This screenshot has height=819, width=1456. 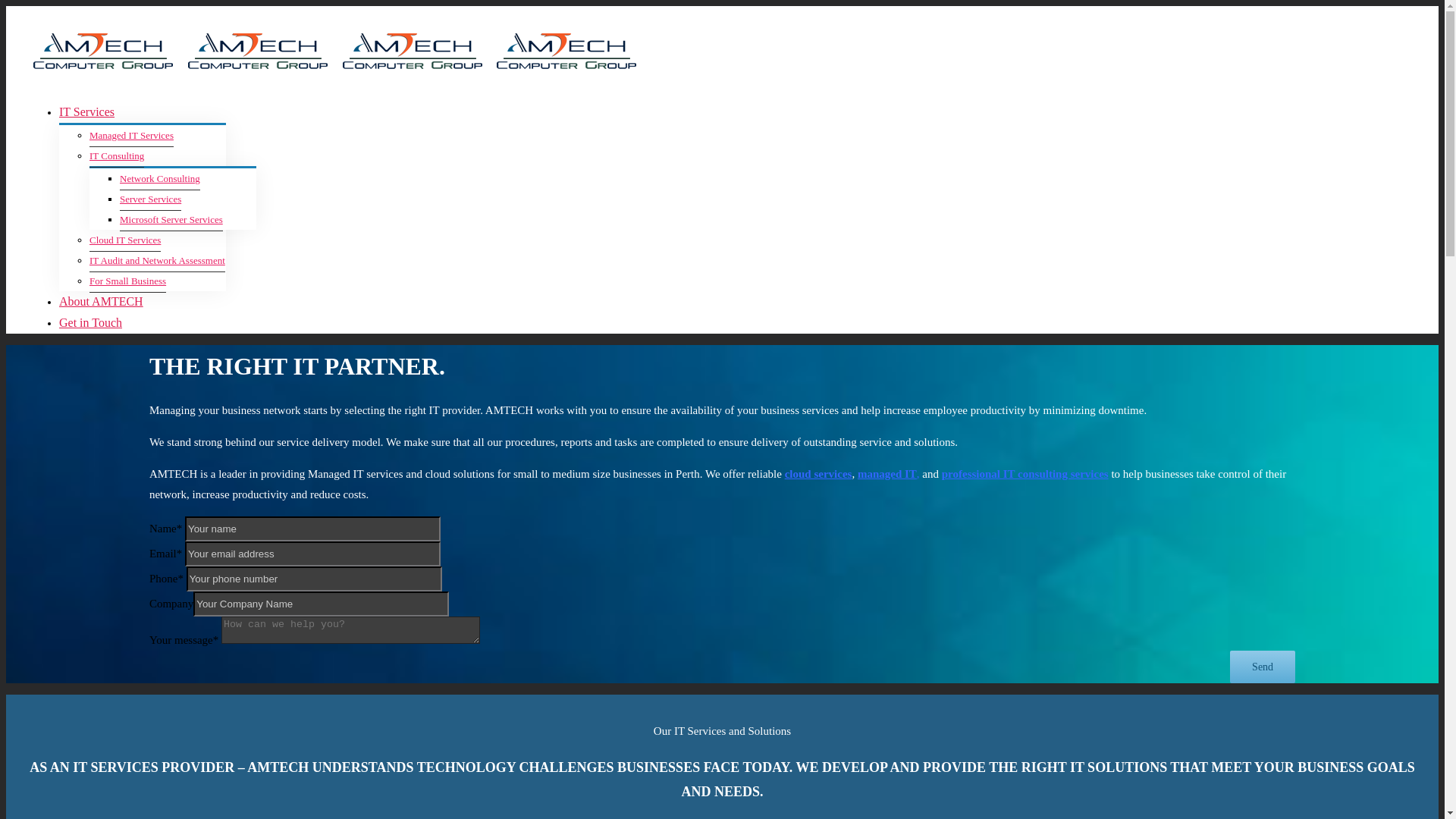 What do you see at coordinates (941, 472) in the screenshot?
I see `'professional IT consulting services'` at bounding box center [941, 472].